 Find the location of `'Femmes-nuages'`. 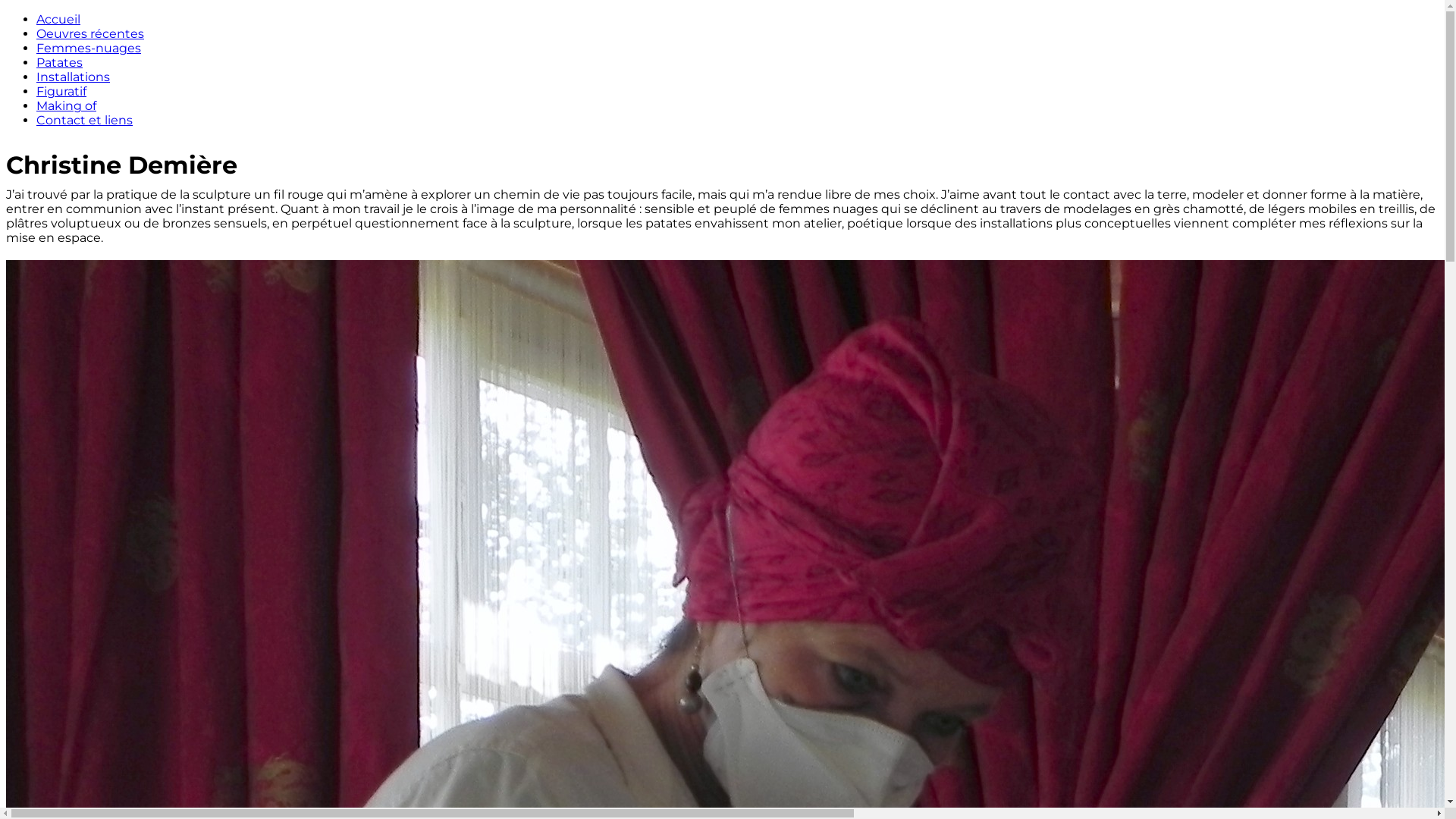

'Femmes-nuages' is located at coordinates (87, 47).